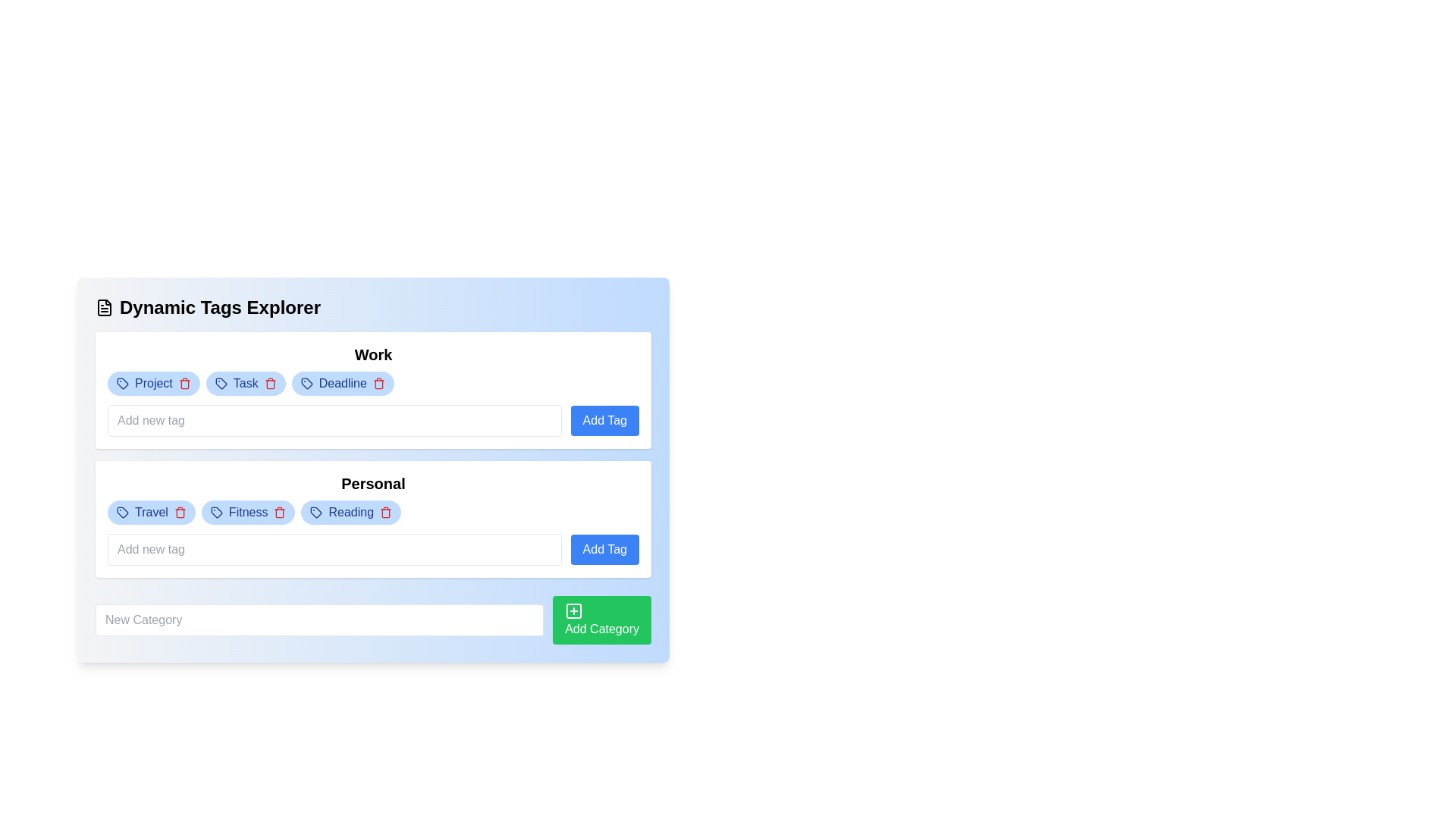 The width and height of the screenshot is (1456, 819). I want to click on the tag icon on the 'Reading' button, so click(350, 512).